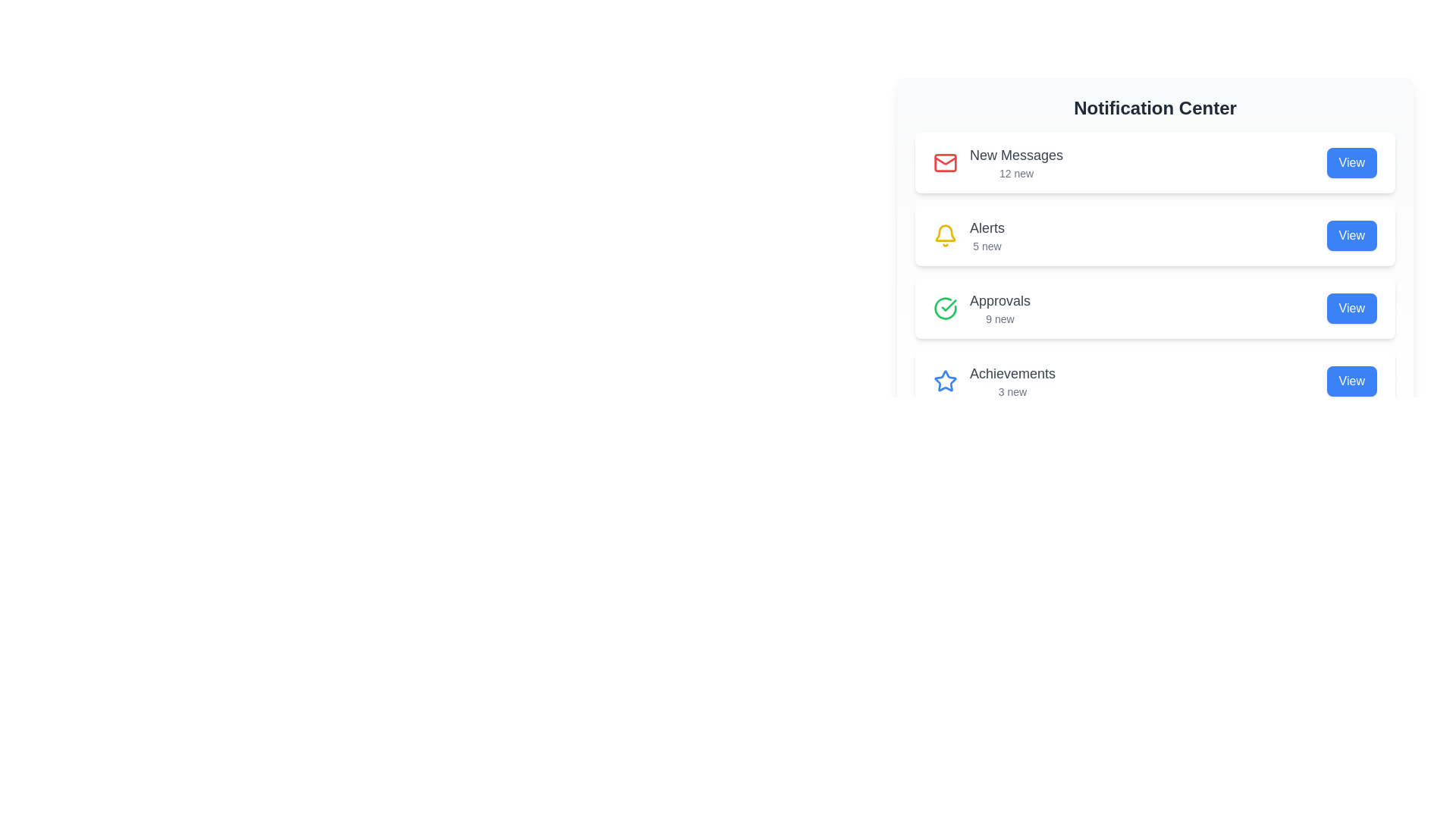  I want to click on the representation of the bell icon located in the 'Alerts' row of the 'Notification Center', which has a yellow fill and black outlines, so click(945, 236).